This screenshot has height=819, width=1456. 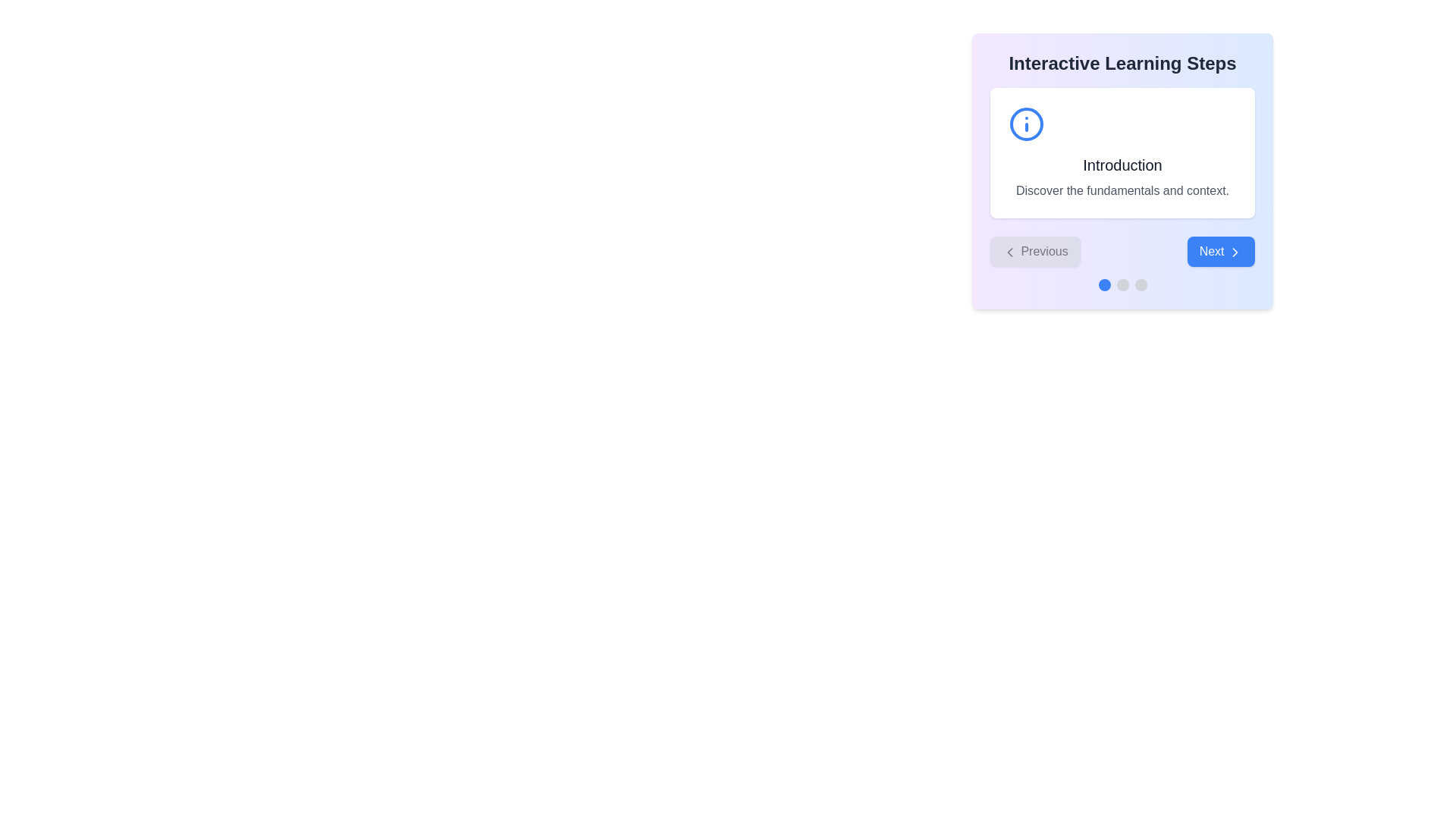 I want to click on the blue circle in the step indicator, so click(x=1122, y=284).